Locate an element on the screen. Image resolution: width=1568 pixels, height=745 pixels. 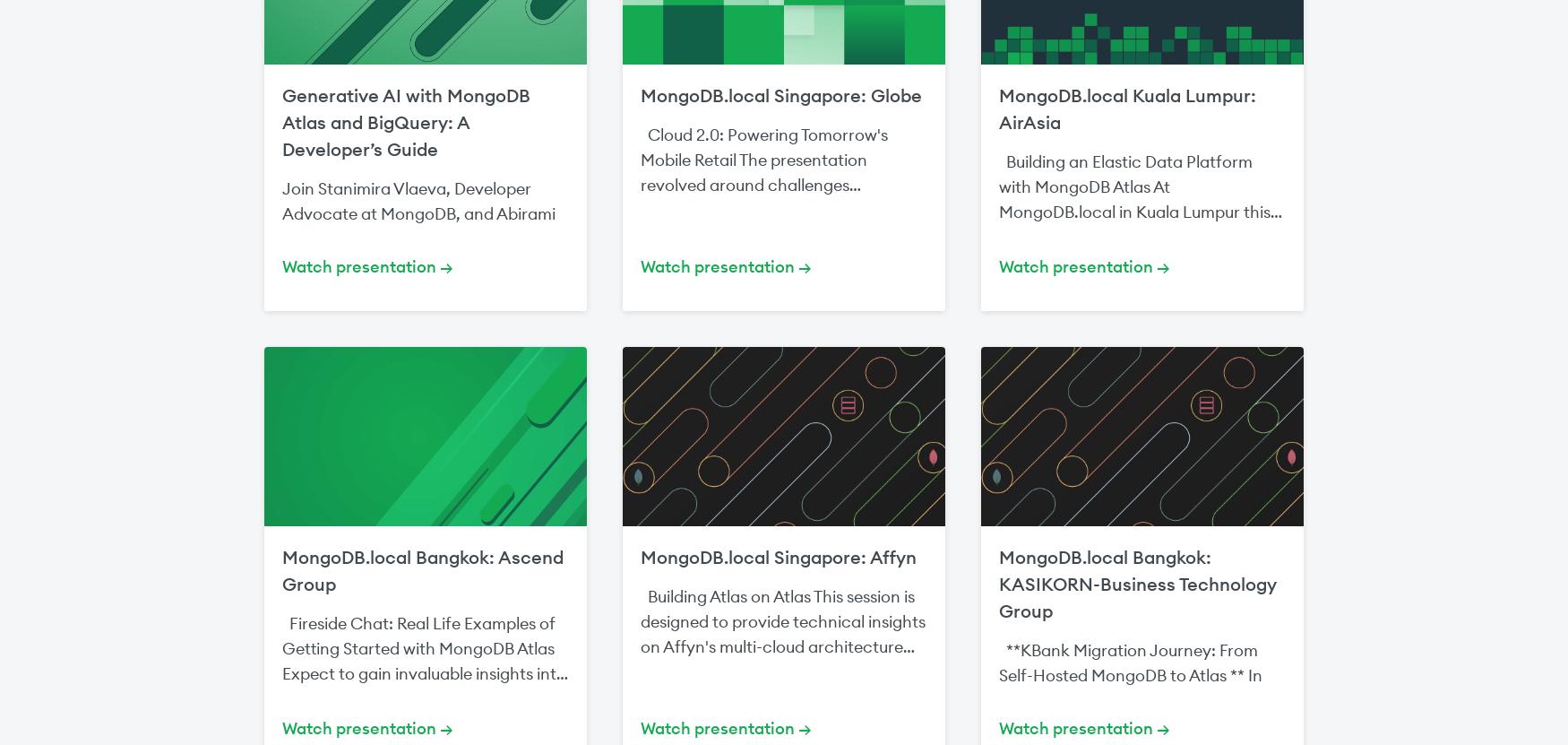
'Join Stanimira Vlaeva, Developer Advocate at MongoDB, and Abirami Sukumaran, Developer Advocate at Google, for this developer-friendly webinar. Discover how to leverage Gen AI with MongoDB Atlas and BigQuery for generative natural language tasks. We will walk you through a practical use case, step-by-step, covering:




Moving subsets of operational MongoDB Atlas data into BigQuery.


Creating machine learning models in BigQuery ML.


Using Generative AI models to perform generative natural language tasks, such as generating text, translating languages, and writing different kinds of creative content.' is located at coordinates (425, 401).